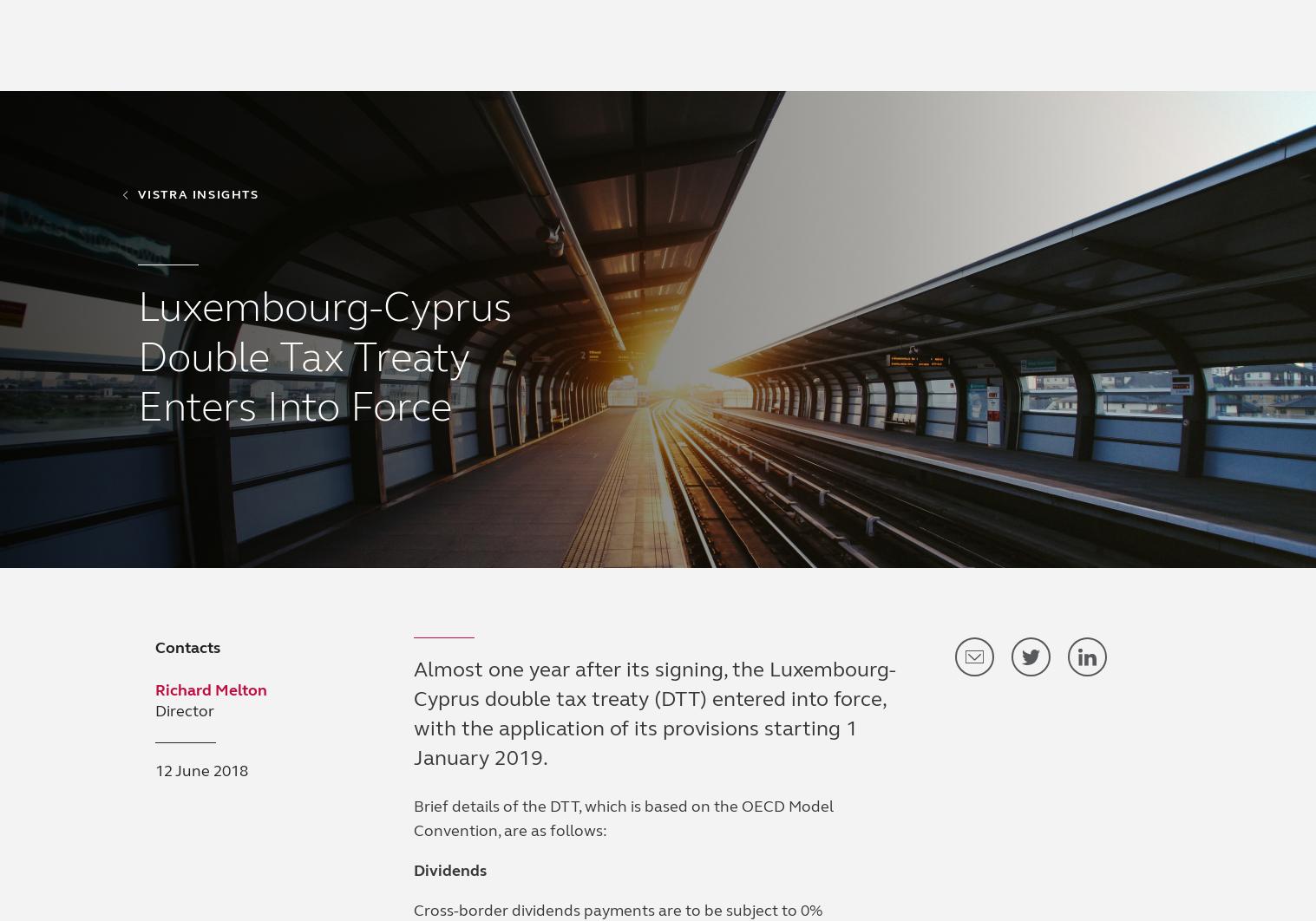 This screenshot has height=921, width=1316. What do you see at coordinates (1146, 75) in the screenshot?
I see `'Contact Us'` at bounding box center [1146, 75].